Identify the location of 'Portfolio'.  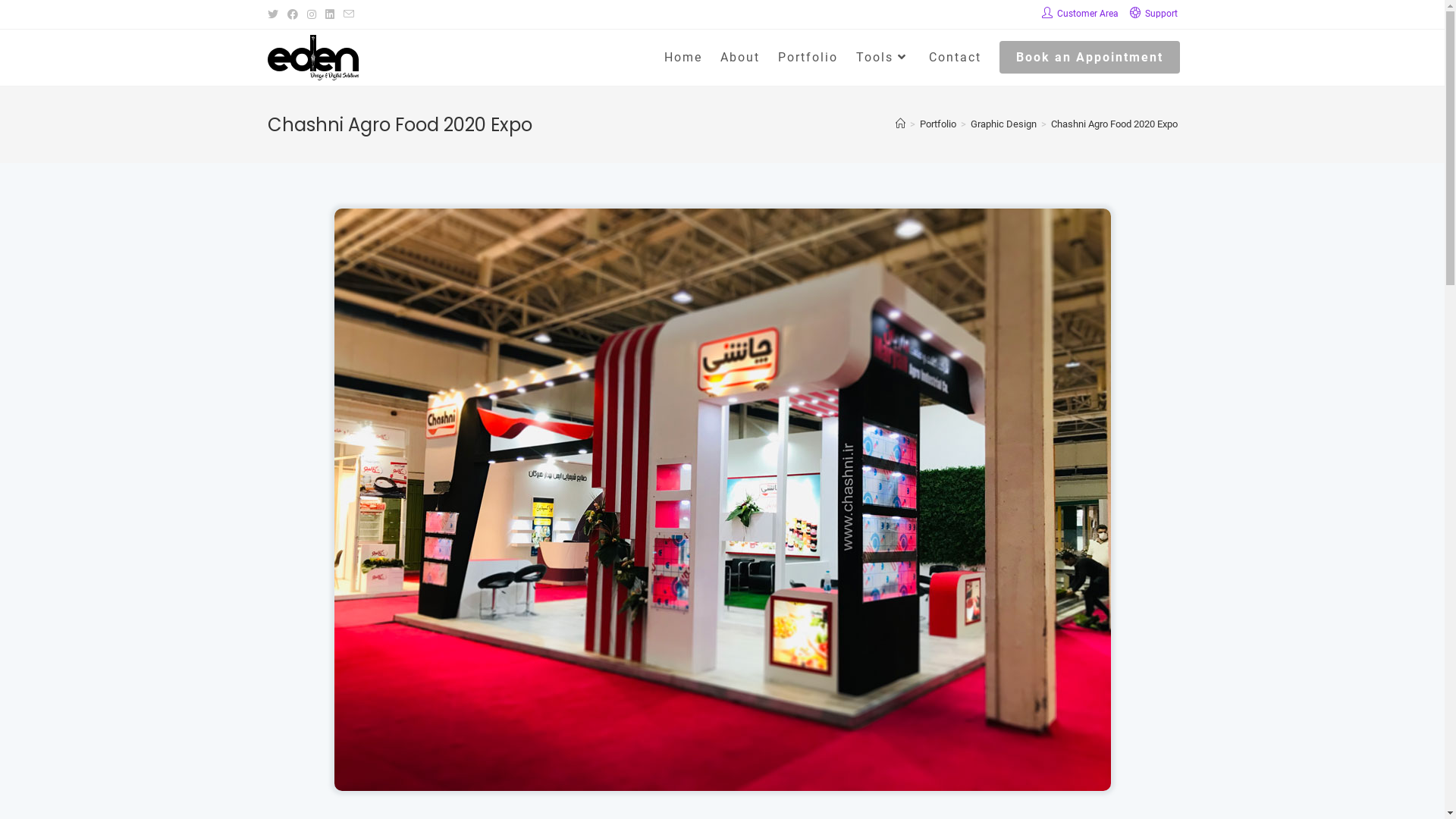
(807, 57).